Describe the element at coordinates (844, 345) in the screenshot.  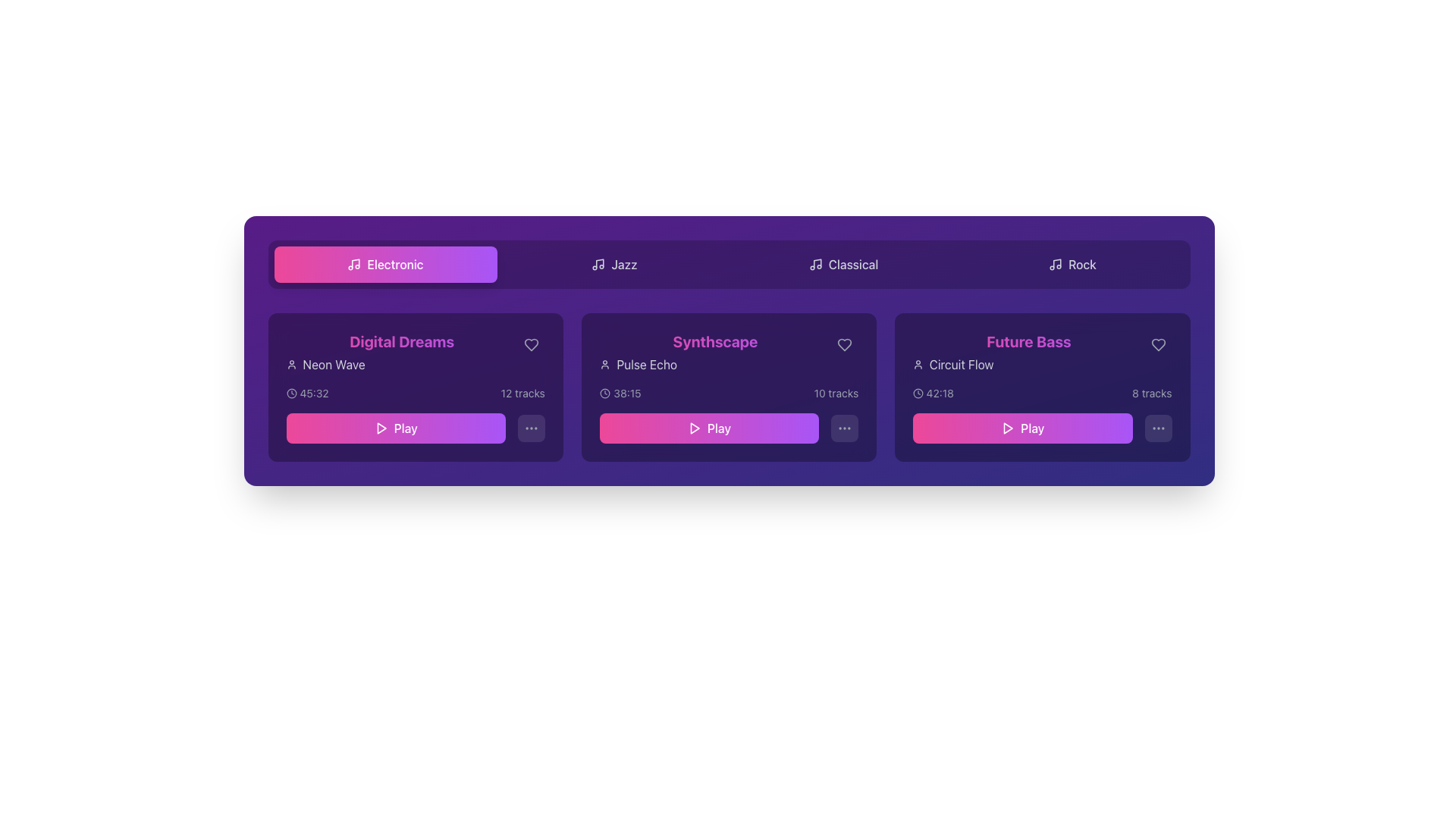
I see `the 'favorite' or 'like' button located in the top-right section of the card labeled 'Synthscape', which is directly above the subtitle 'Pulse Echo'` at that location.